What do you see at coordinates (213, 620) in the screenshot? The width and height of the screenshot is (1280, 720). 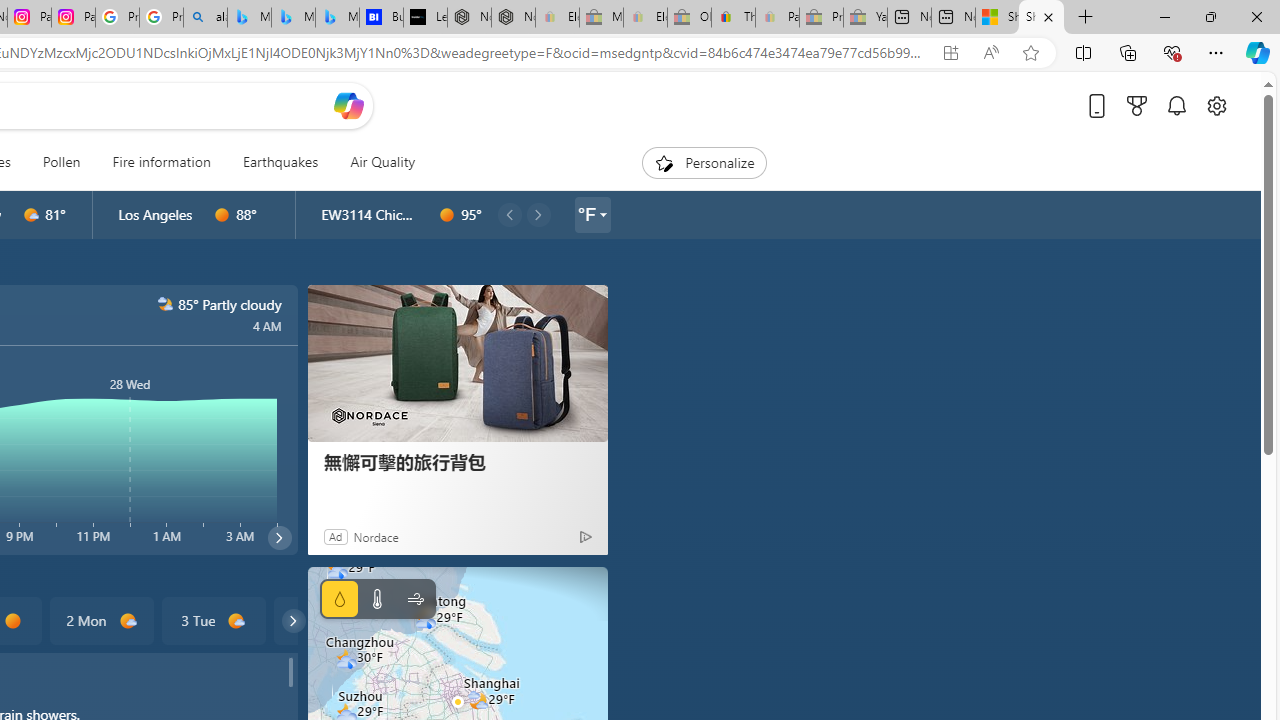 I see `'3 Tue d1000'` at bounding box center [213, 620].